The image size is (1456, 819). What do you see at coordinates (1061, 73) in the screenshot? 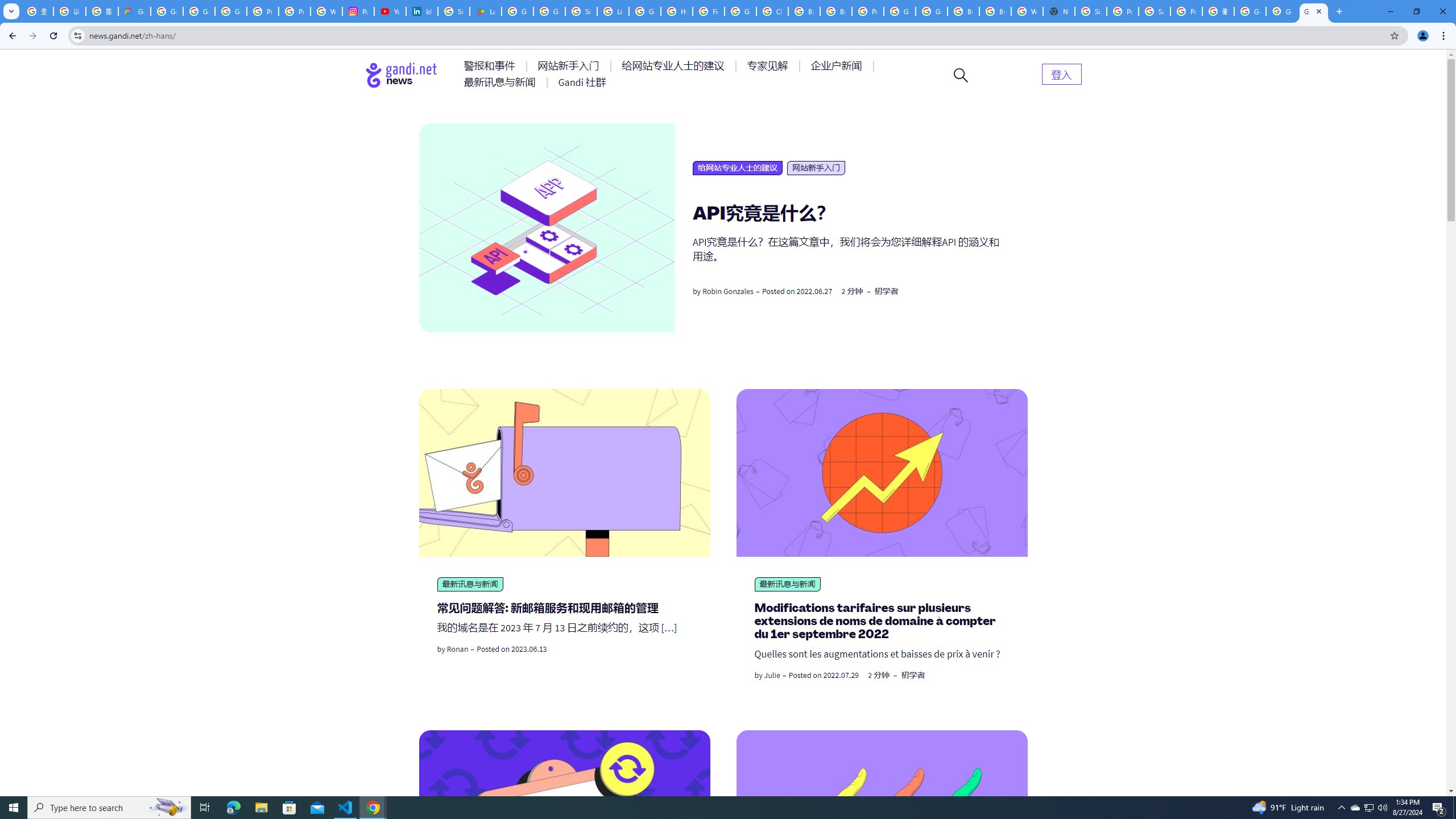
I see `'AutomationID: menu-item-82399'` at bounding box center [1061, 73].